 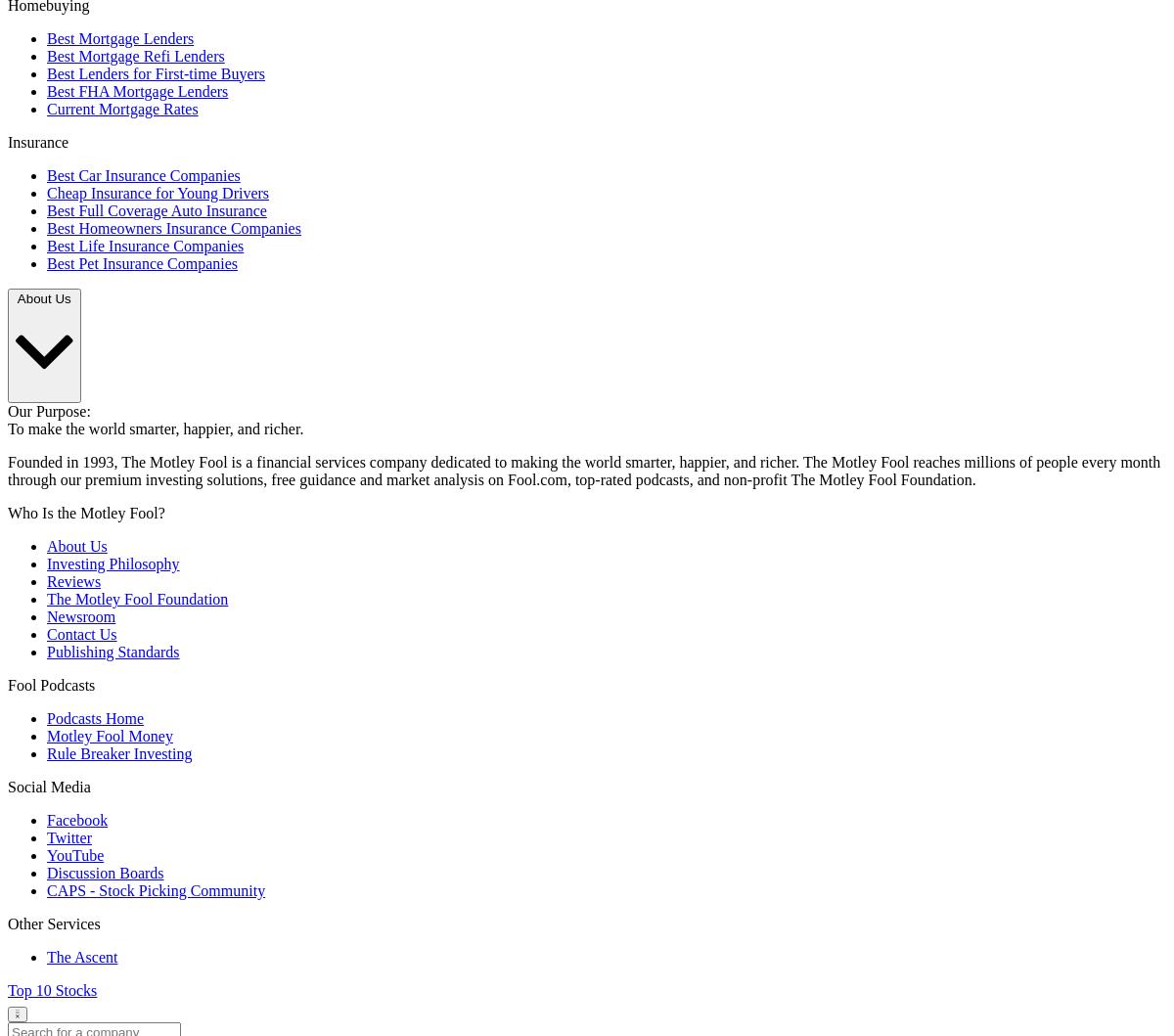 I want to click on 'YouTube', so click(x=75, y=855).